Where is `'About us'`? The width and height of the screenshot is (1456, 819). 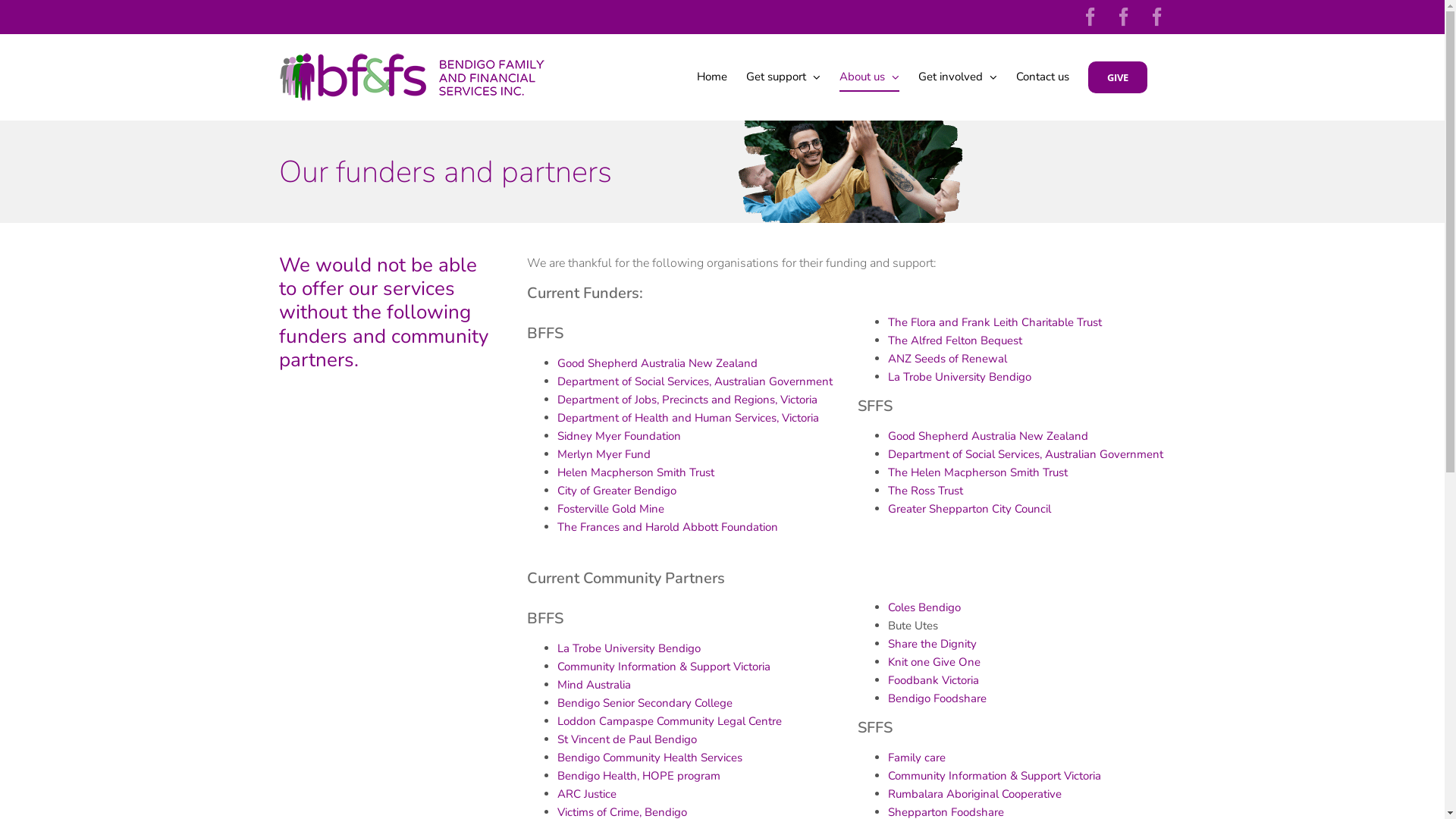
'About us' is located at coordinates (868, 77).